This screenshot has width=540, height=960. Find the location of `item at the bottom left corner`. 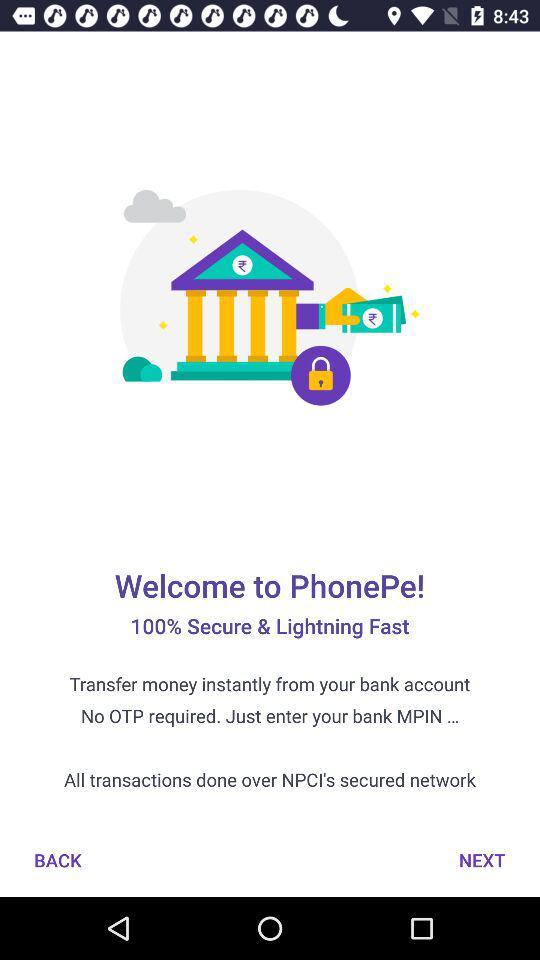

item at the bottom left corner is located at coordinates (57, 859).